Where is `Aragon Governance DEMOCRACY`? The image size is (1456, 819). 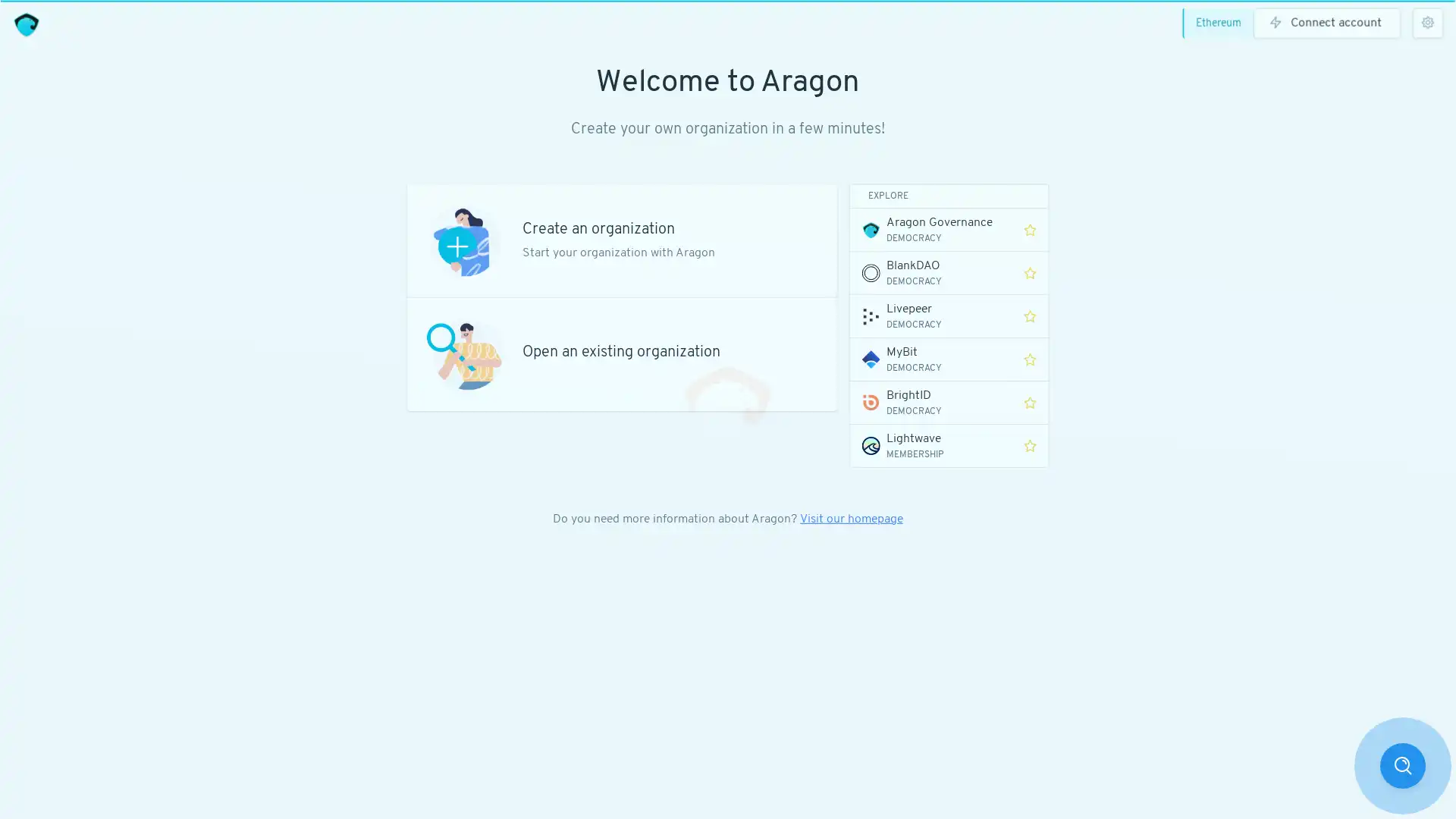
Aragon Governance DEMOCRACY is located at coordinates (930, 230).